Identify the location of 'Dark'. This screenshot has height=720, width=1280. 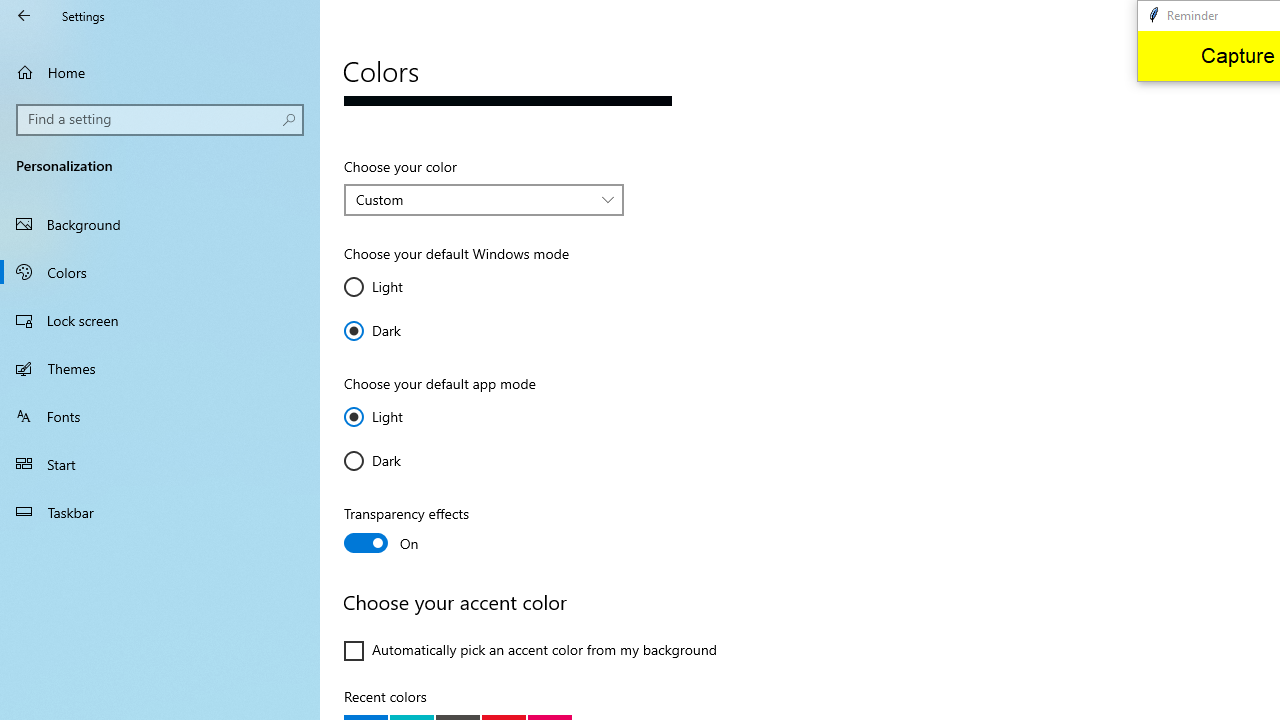
(402, 460).